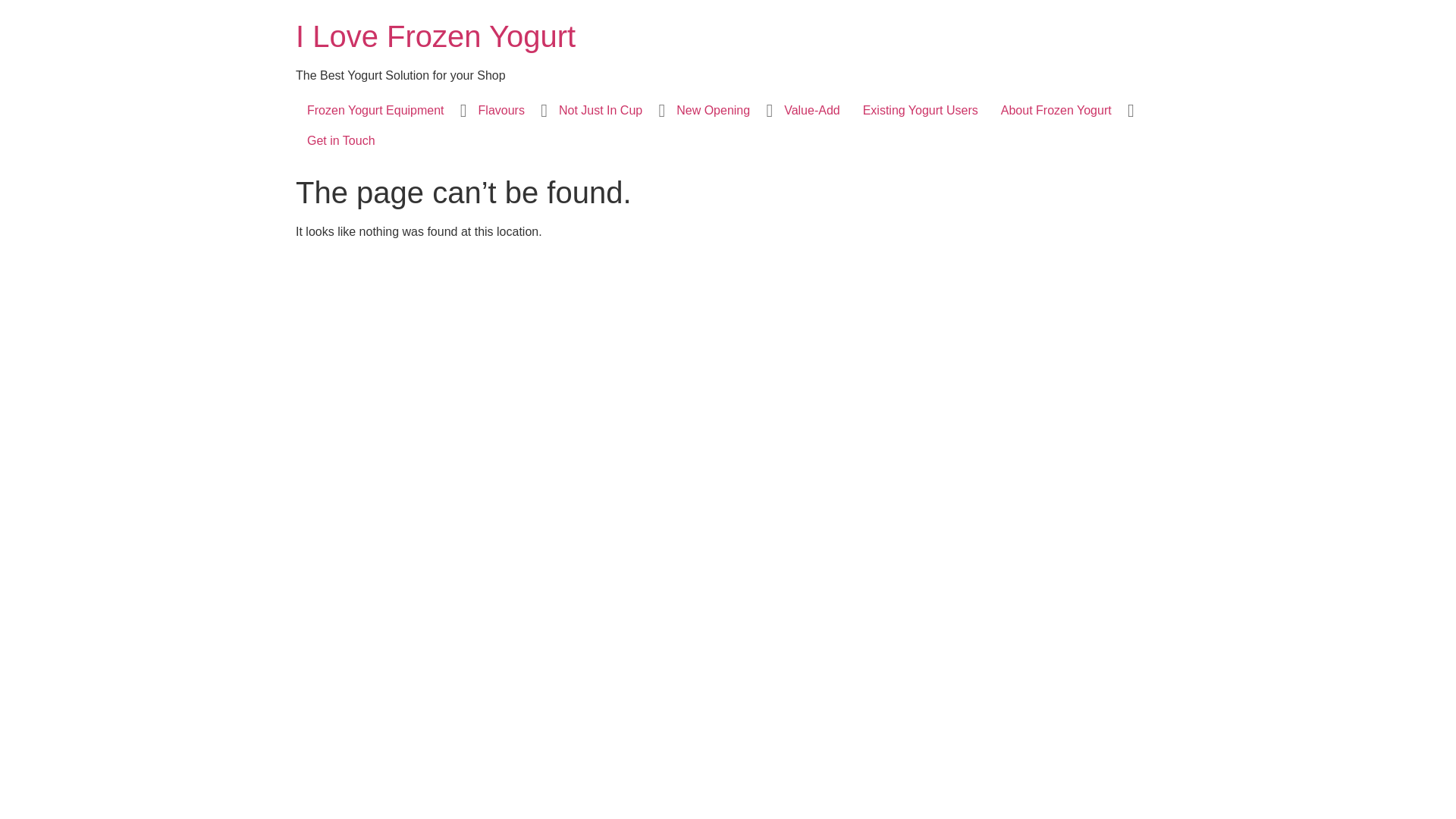  I want to click on 'Flavours', so click(501, 110).